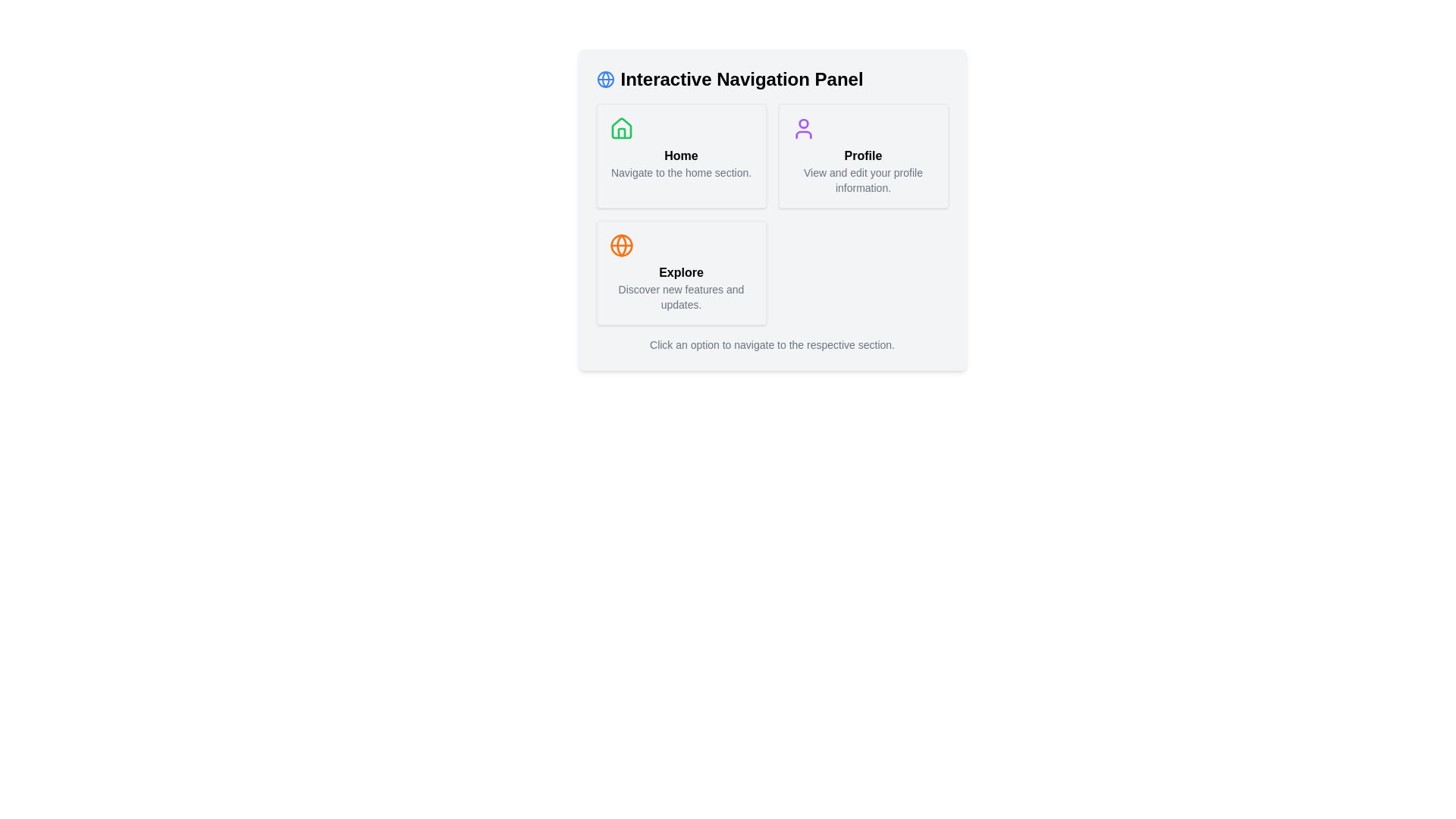 The width and height of the screenshot is (1456, 819). What do you see at coordinates (680, 171) in the screenshot?
I see `supportive text label located below the title 'Home' within the 'Home' interactive card` at bounding box center [680, 171].